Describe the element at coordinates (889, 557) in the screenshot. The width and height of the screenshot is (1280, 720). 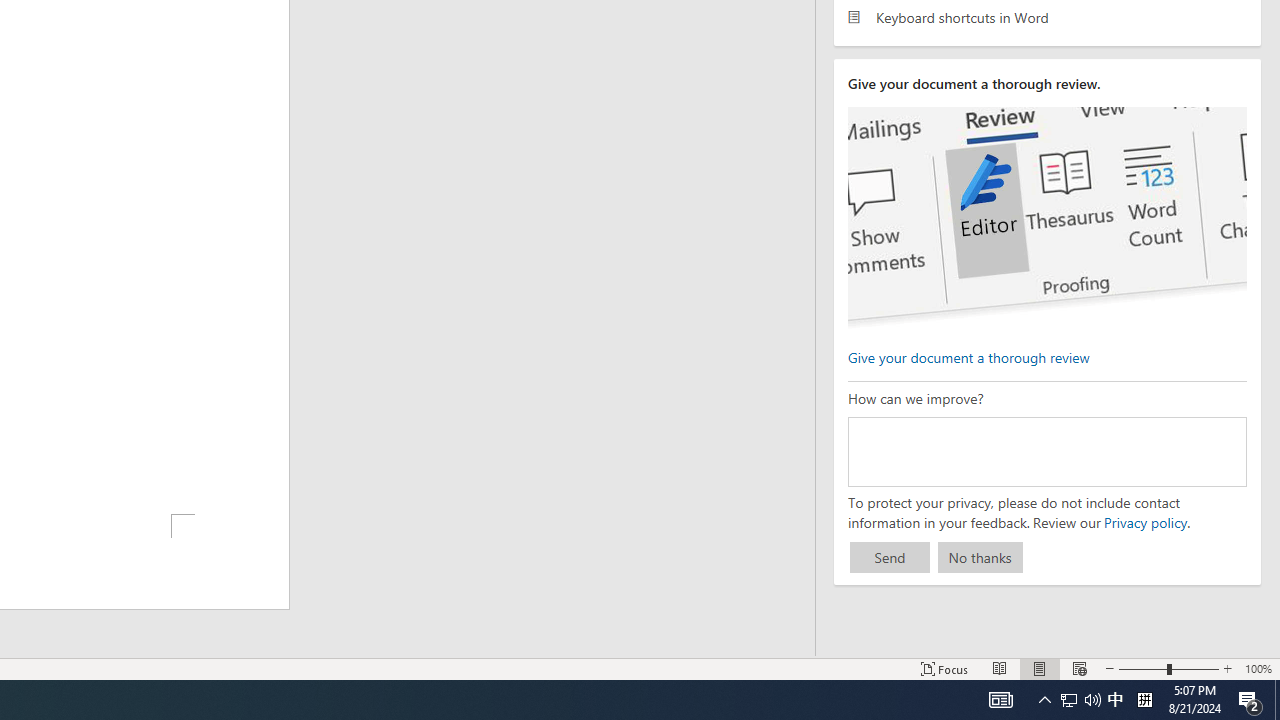
I see `'Send'` at that location.